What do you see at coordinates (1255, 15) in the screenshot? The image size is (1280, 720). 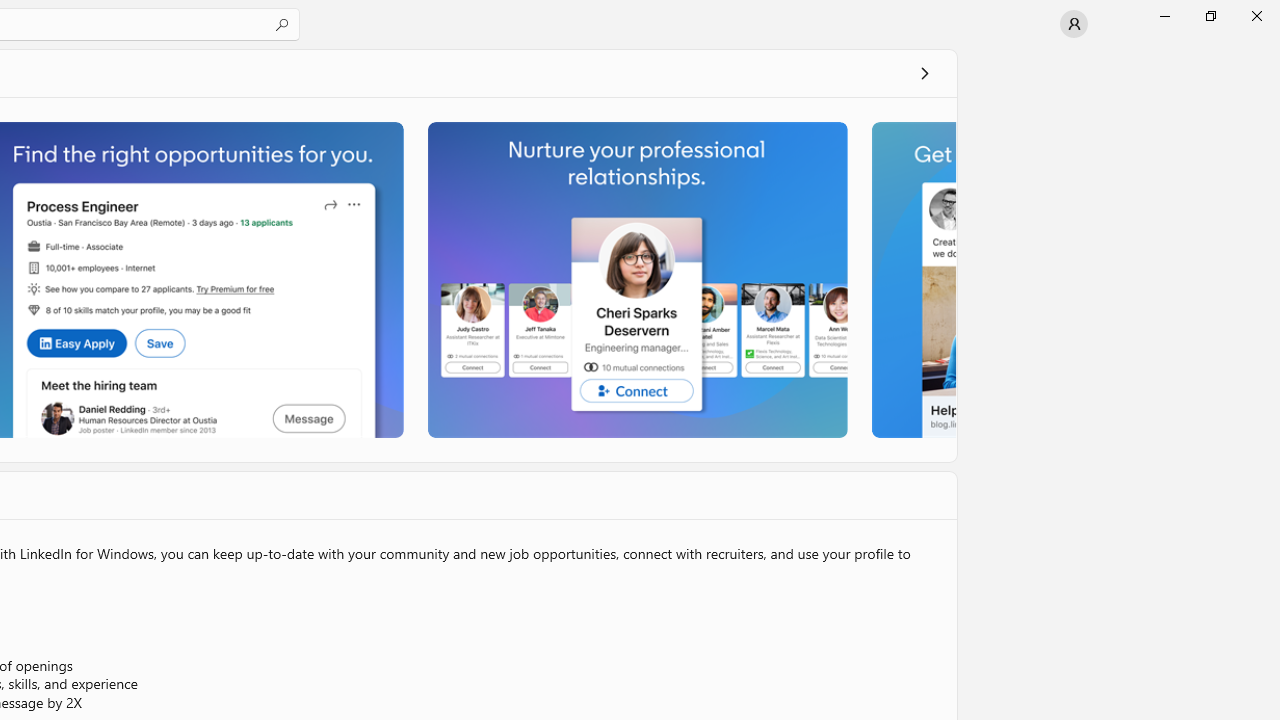 I see `'Close Microsoft Store'` at bounding box center [1255, 15].